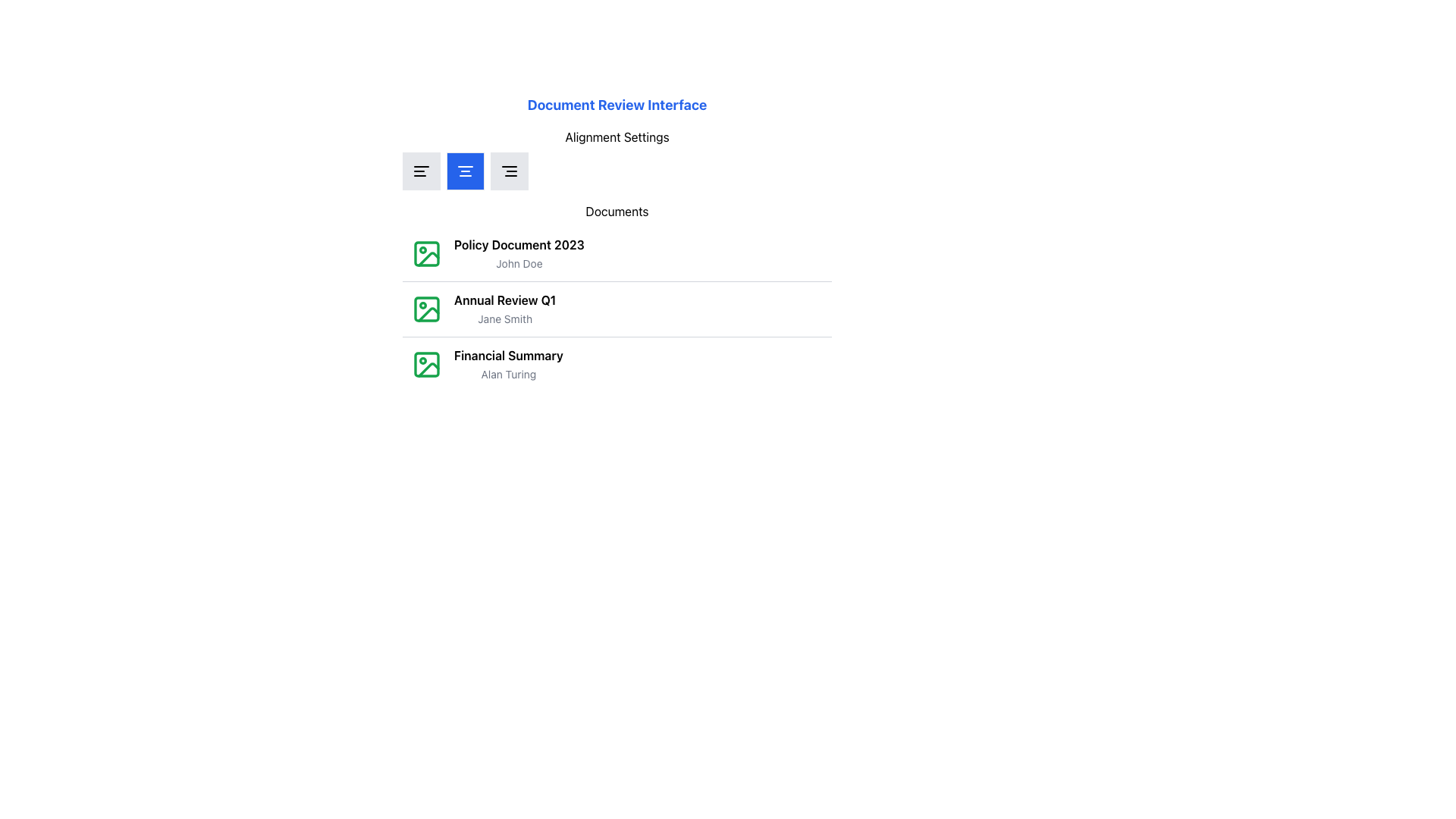 Image resolution: width=1456 pixels, height=819 pixels. What do you see at coordinates (617, 211) in the screenshot?
I see `text from the 'Documents' text label, which is centrally positioned above a list of document entries` at bounding box center [617, 211].